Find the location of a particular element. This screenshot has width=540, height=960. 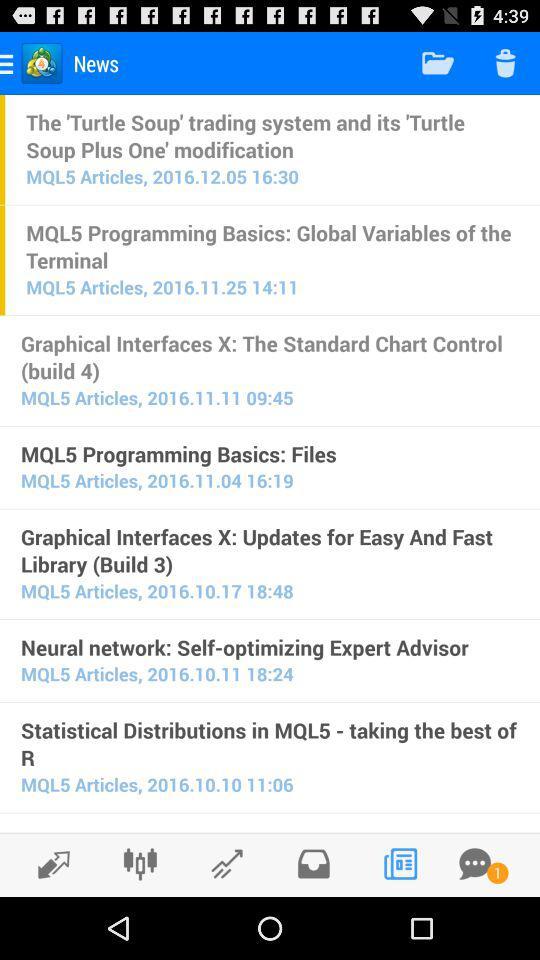

neural network self item is located at coordinates (270, 646).